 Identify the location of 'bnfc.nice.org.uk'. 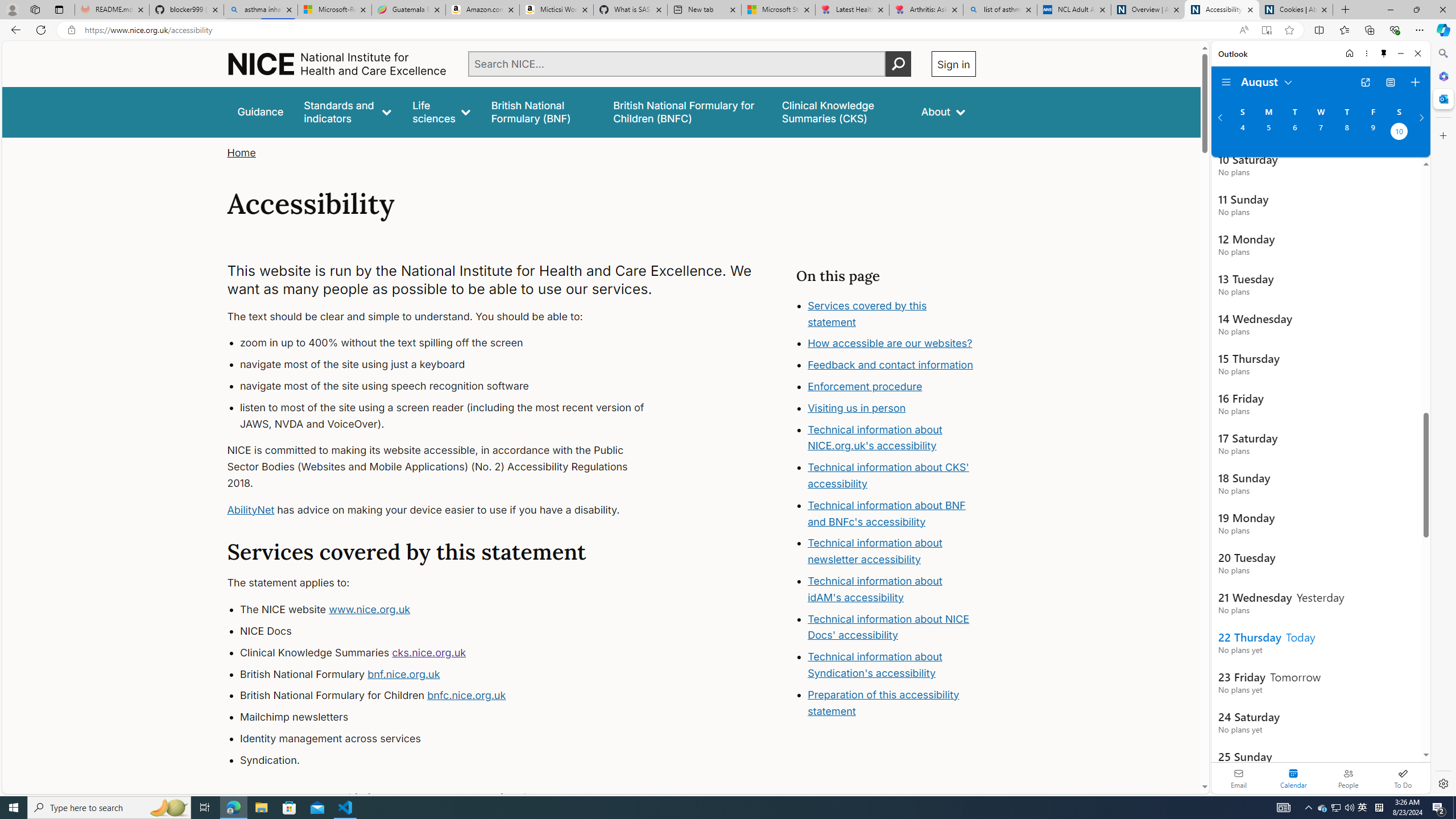
(466, 695).